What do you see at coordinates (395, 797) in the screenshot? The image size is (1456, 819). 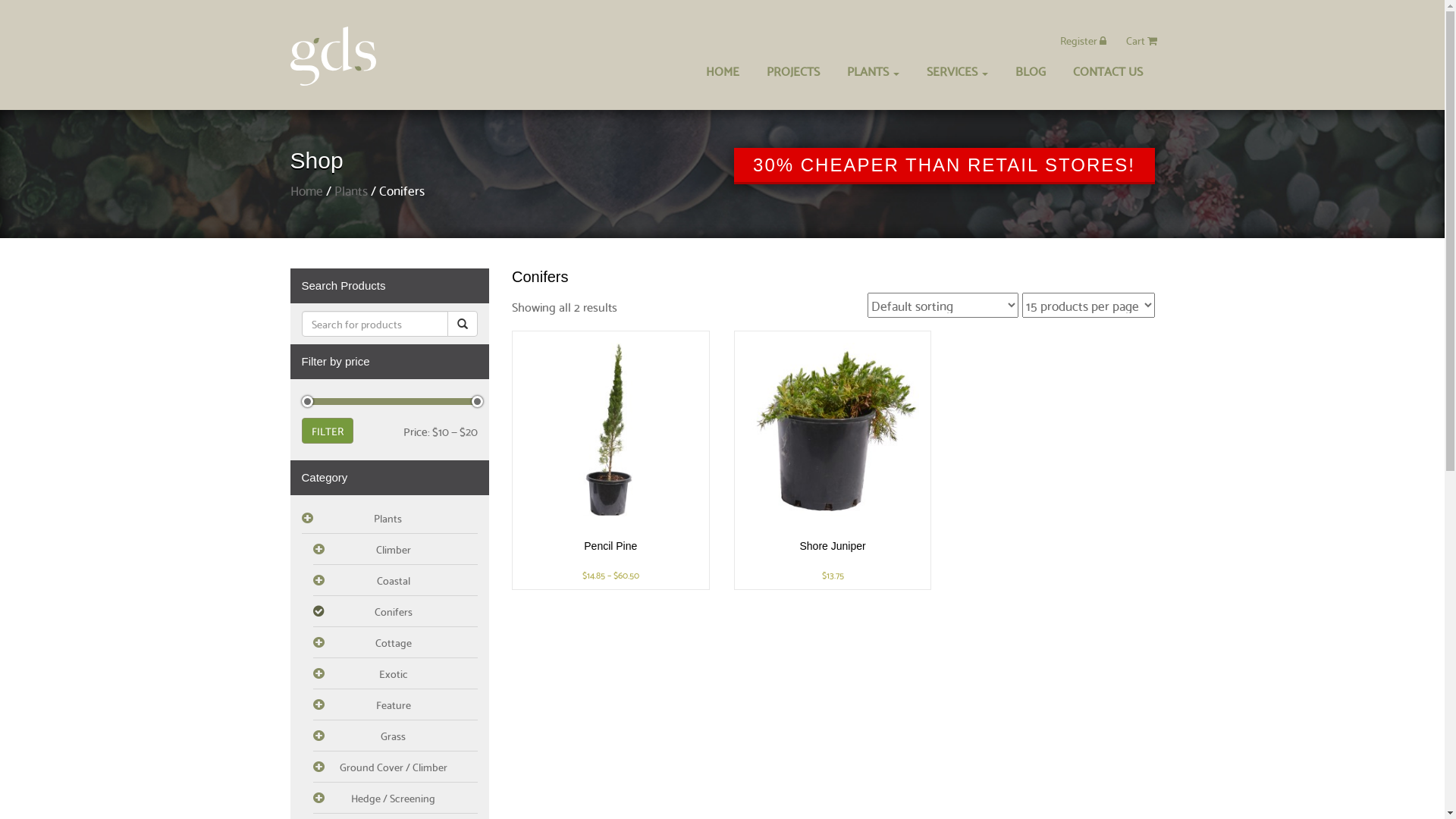 I see `'Hedge / Screening'` at bounding box center [395, 797].